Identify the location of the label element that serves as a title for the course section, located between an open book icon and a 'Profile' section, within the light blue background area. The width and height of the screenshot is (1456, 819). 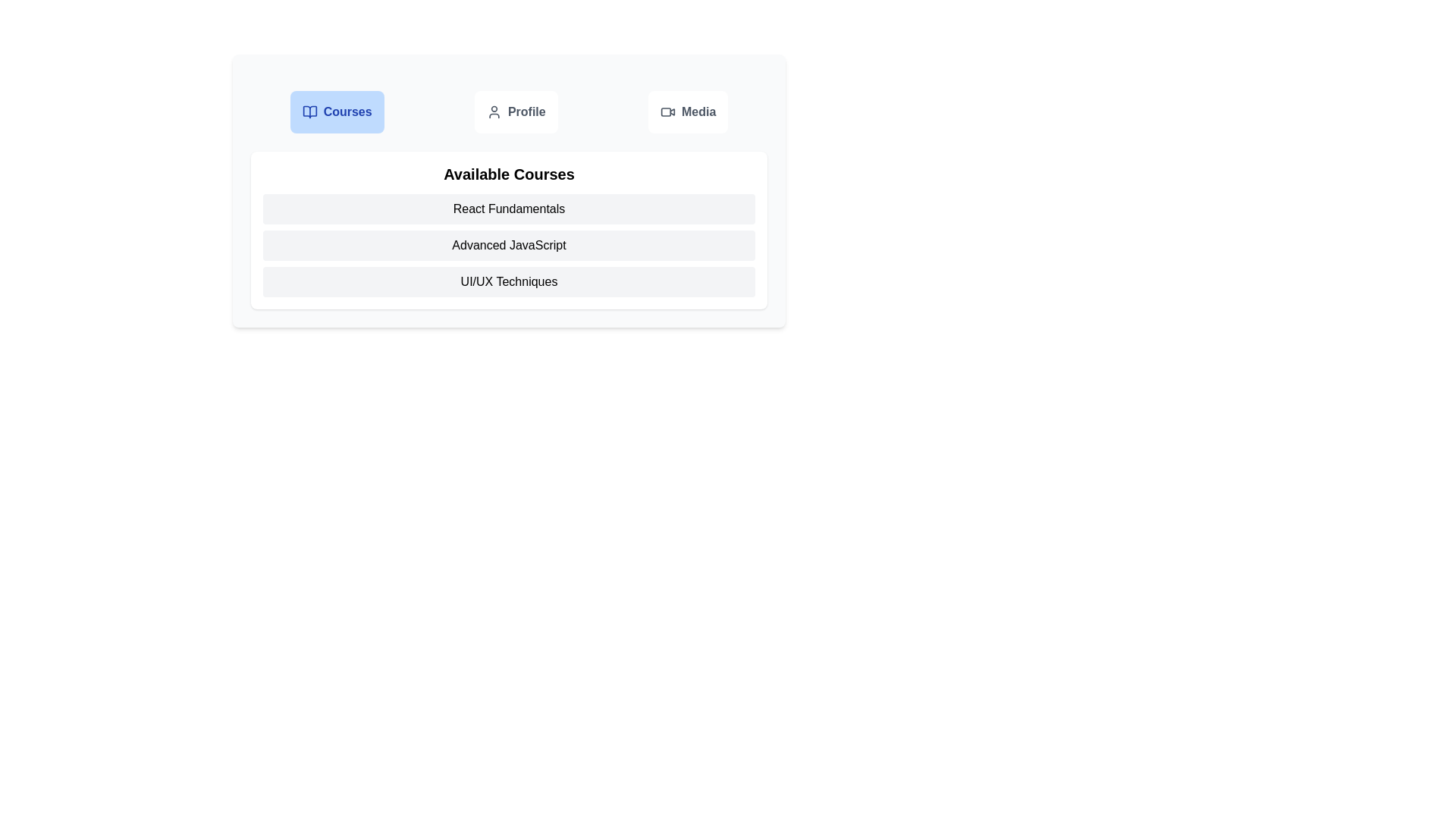
(347, 111).